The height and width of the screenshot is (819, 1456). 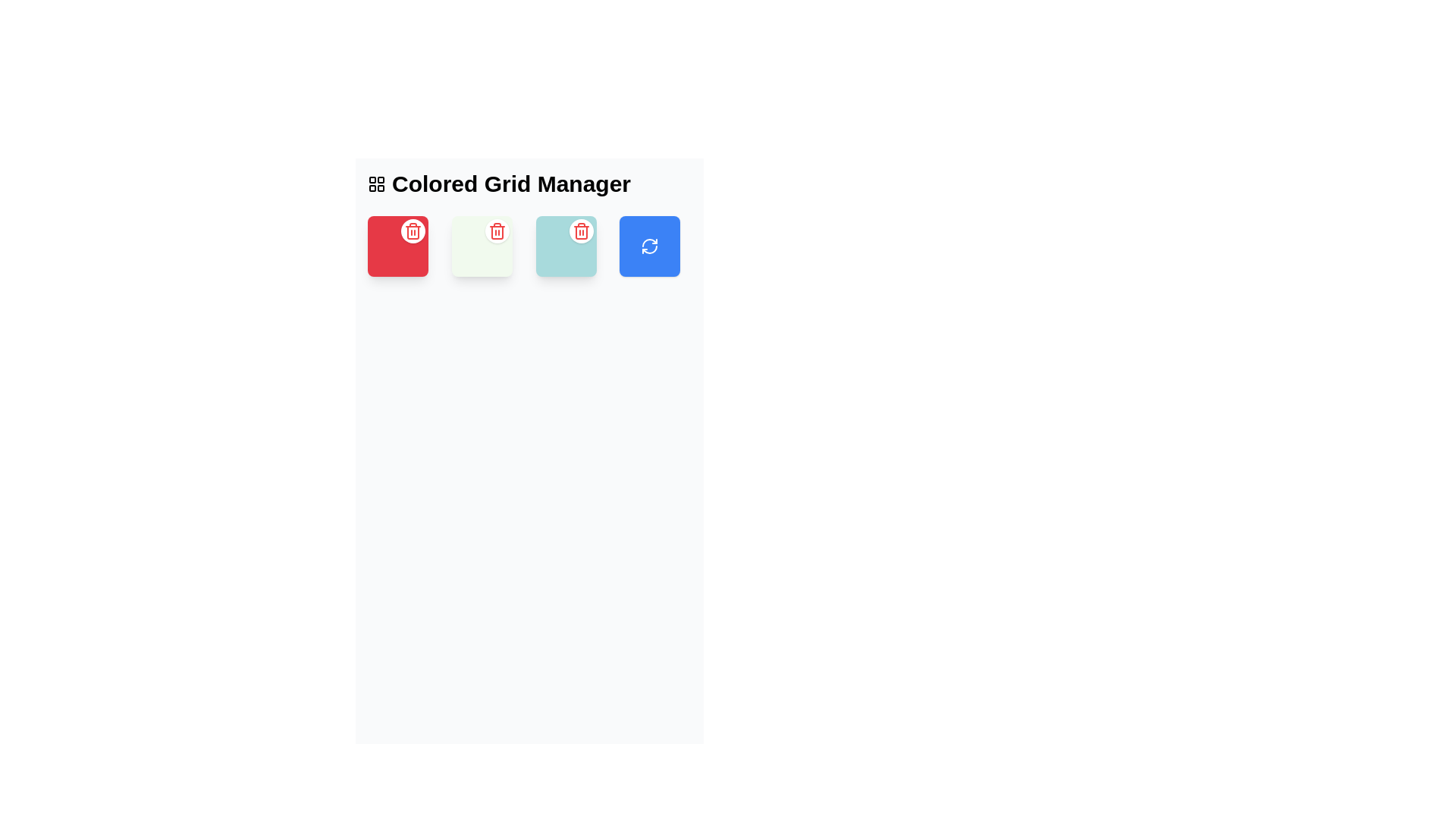 What do you see at coordinates (413, 231) in the screenshot?
I see `the delete button located at the upper-right corner of the first red square card in the Colored Grid Manager` at bounding box center [413, 231].